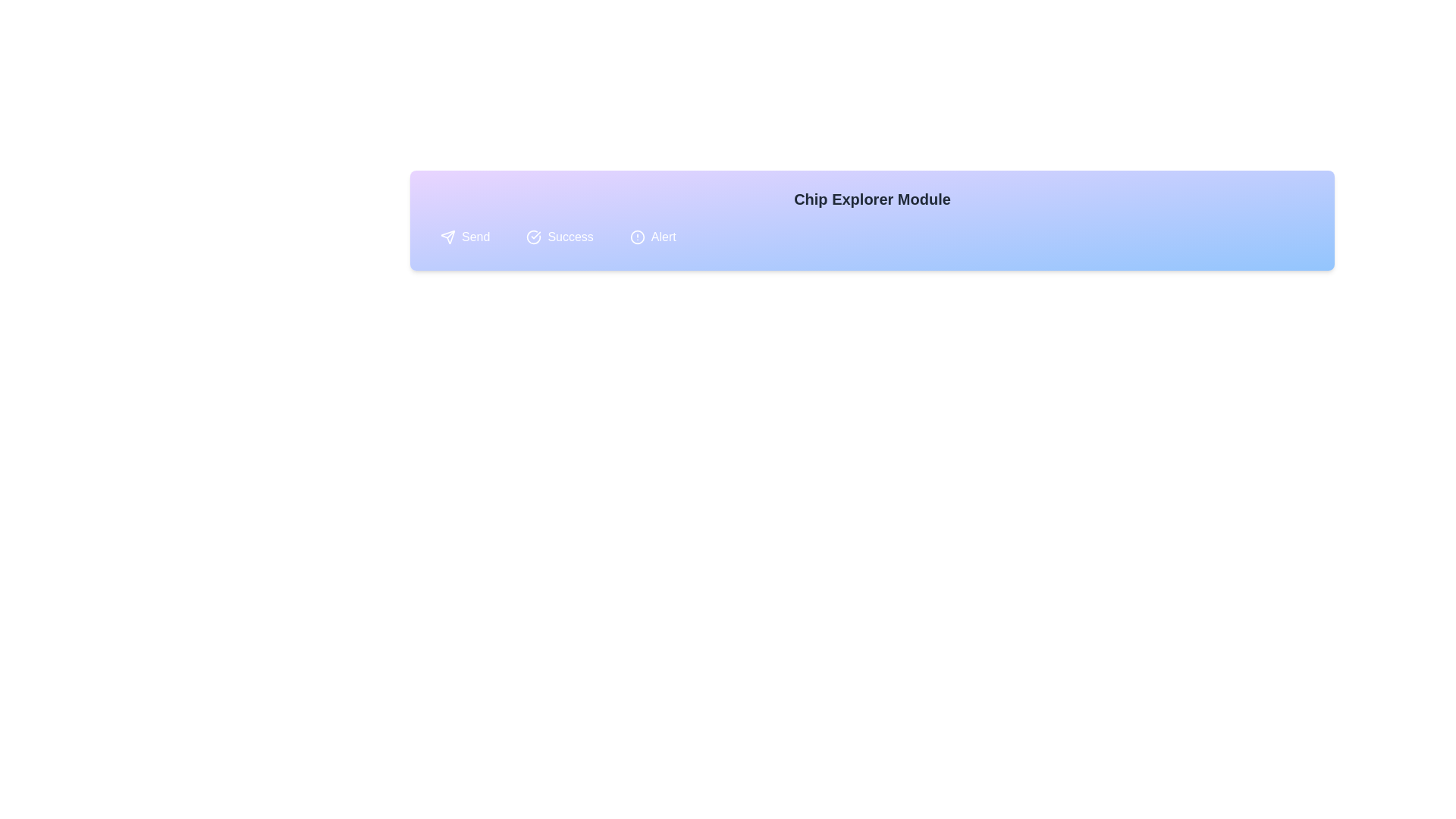 The image size is (1456, 819). What do you see at coordinates (464, 237) in the screenshot?
I see `the chip labeled 'Send' to select it` at bounding box center [464, 237].